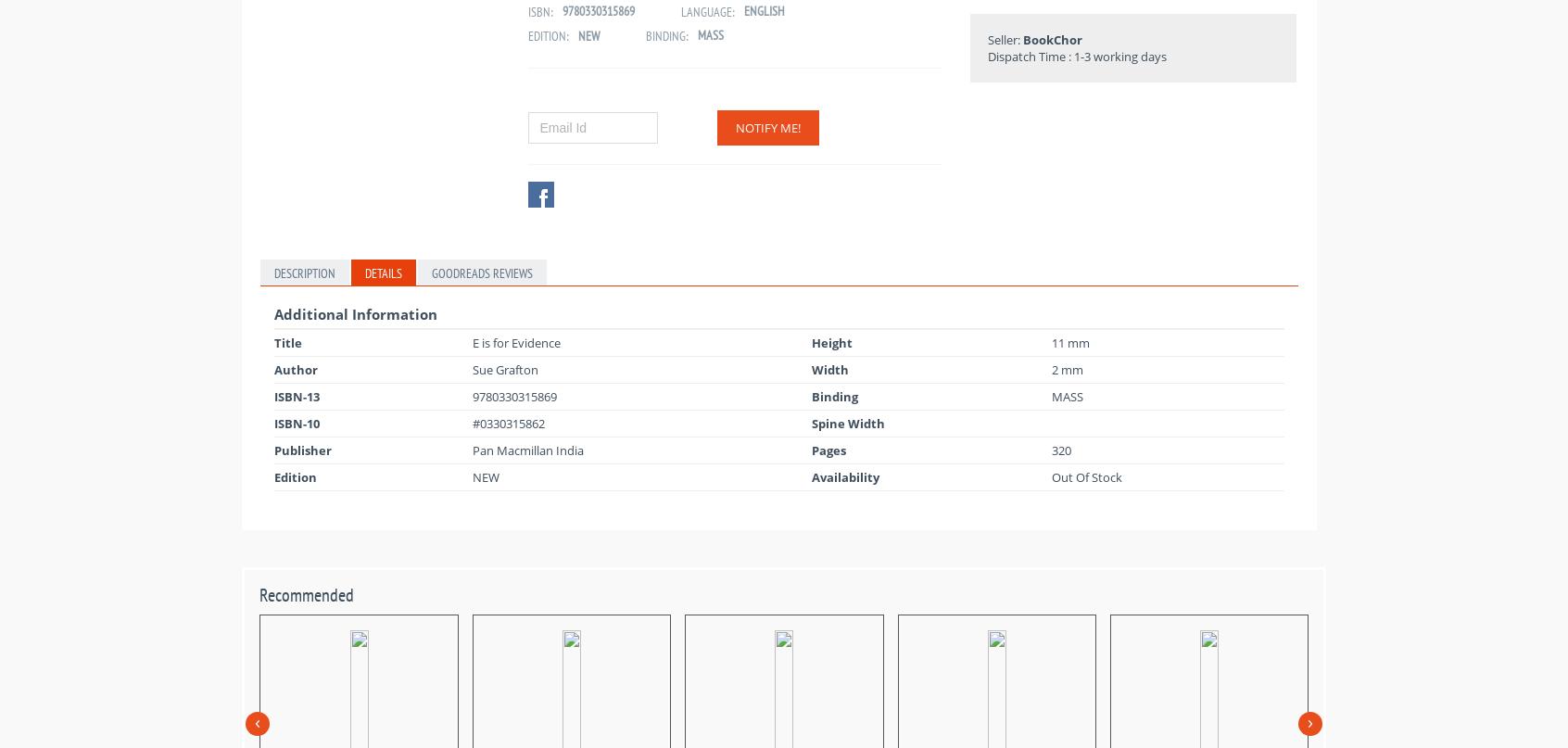 The width and height of the screenshot is (1568, 748). Describe the element at coordinates (305, 593) in the screenshot. I see `'Recommended'` at that location.